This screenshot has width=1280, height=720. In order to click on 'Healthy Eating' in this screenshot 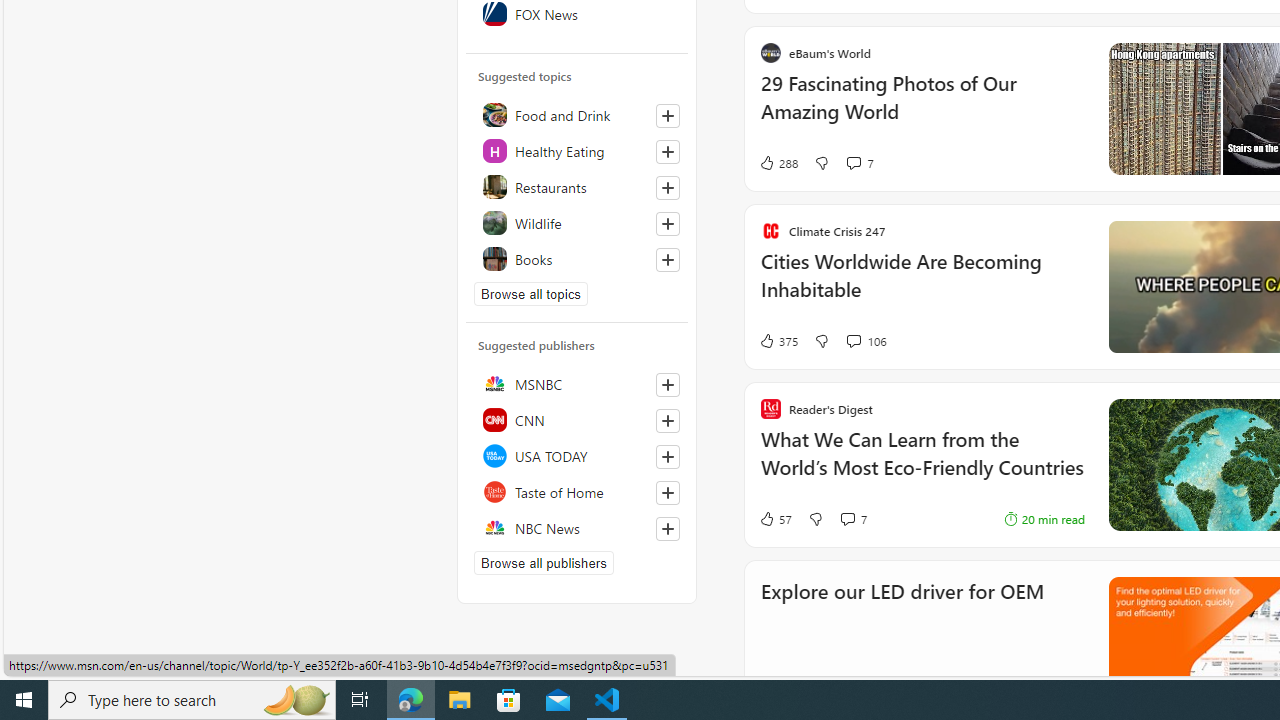, I will do `click(576, 149)`.